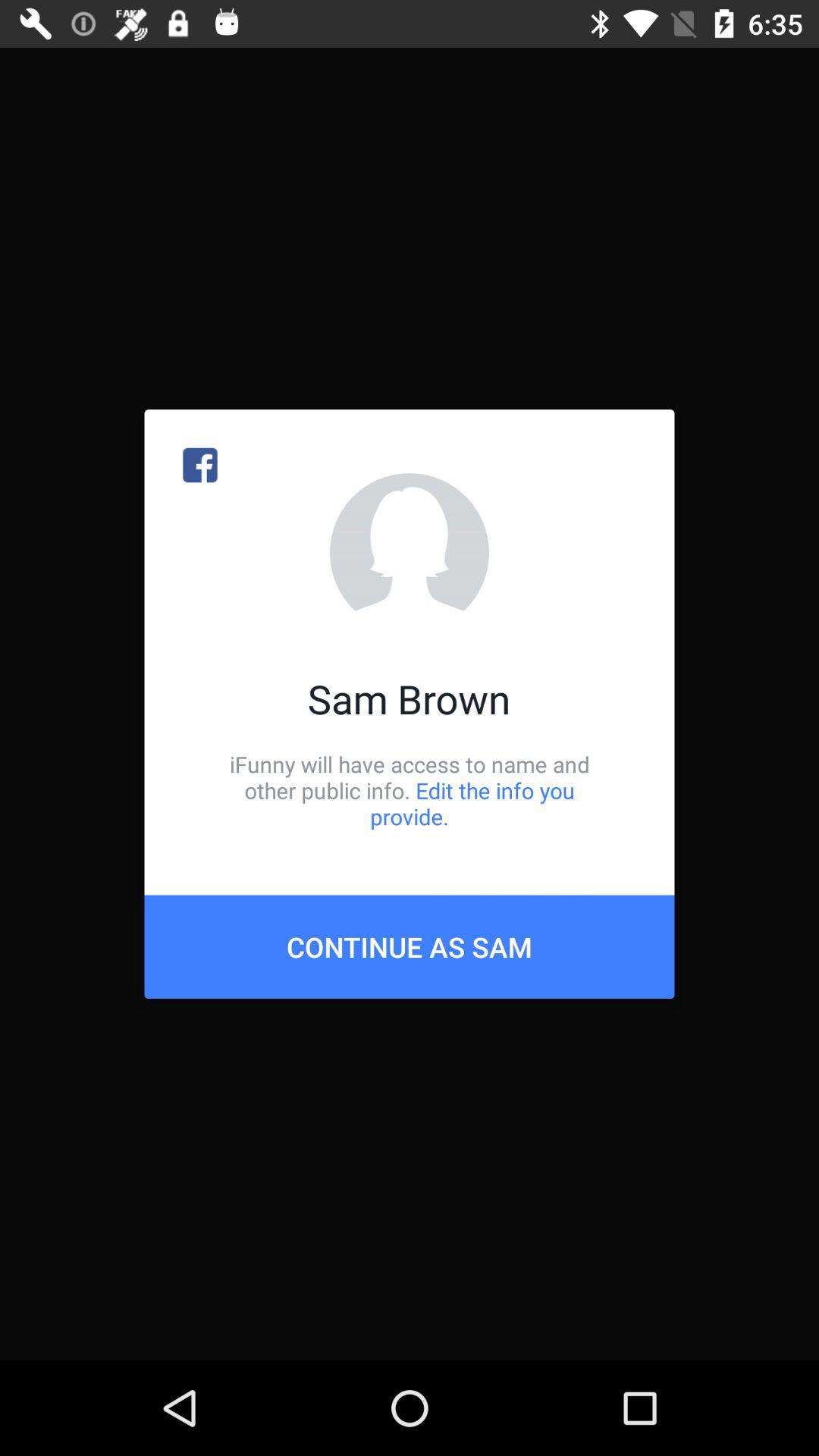  I want to click on the item below ifunny will have item, so click(409, 946).